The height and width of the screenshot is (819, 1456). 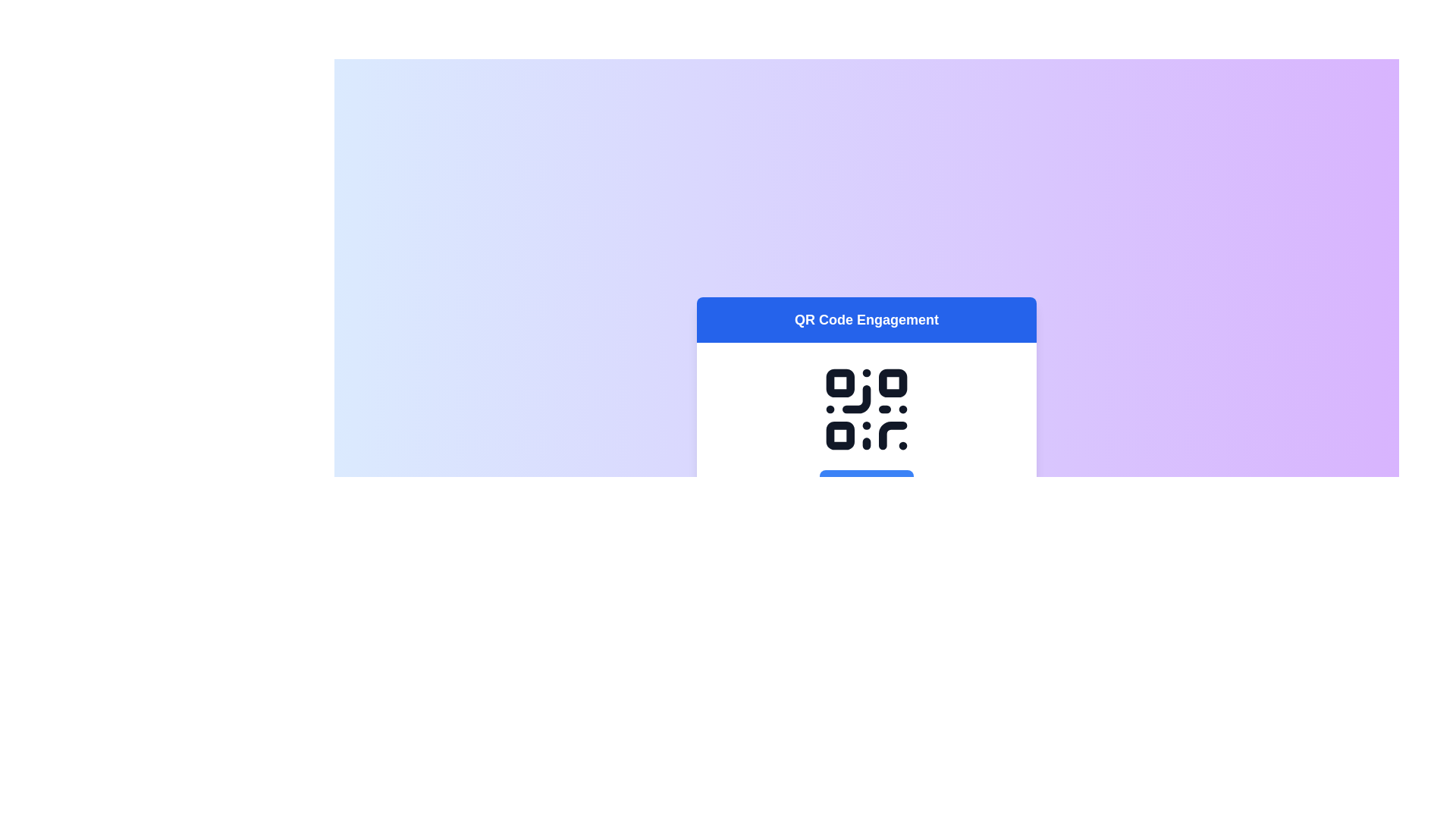 I want to click on the small square component that is the second square in the first row of the QR code grid, so click(x=893, y=382).